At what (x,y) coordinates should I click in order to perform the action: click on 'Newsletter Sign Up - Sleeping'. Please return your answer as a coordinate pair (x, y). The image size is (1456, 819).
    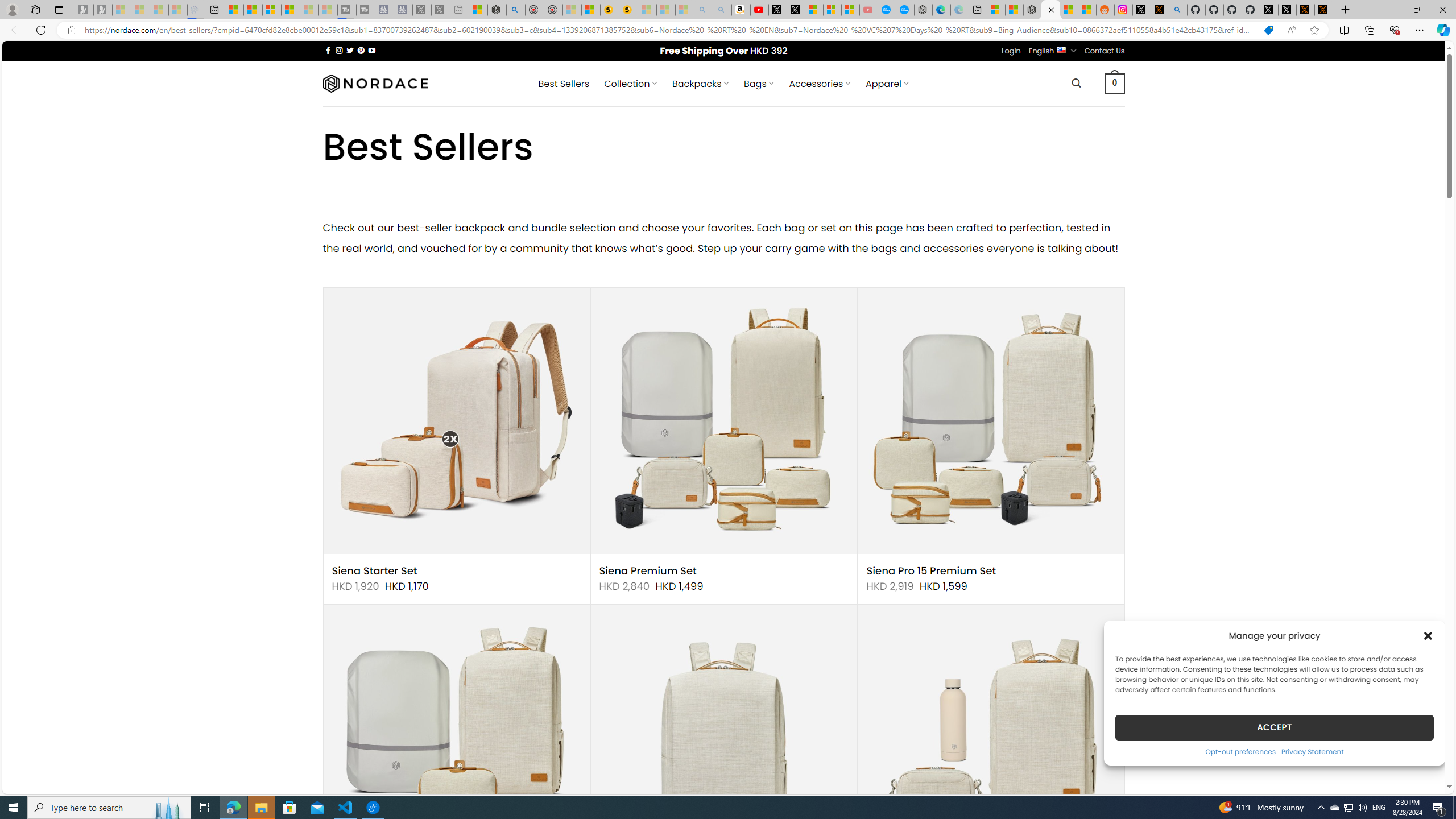
    Looking at the image, I should click on (102, 9).